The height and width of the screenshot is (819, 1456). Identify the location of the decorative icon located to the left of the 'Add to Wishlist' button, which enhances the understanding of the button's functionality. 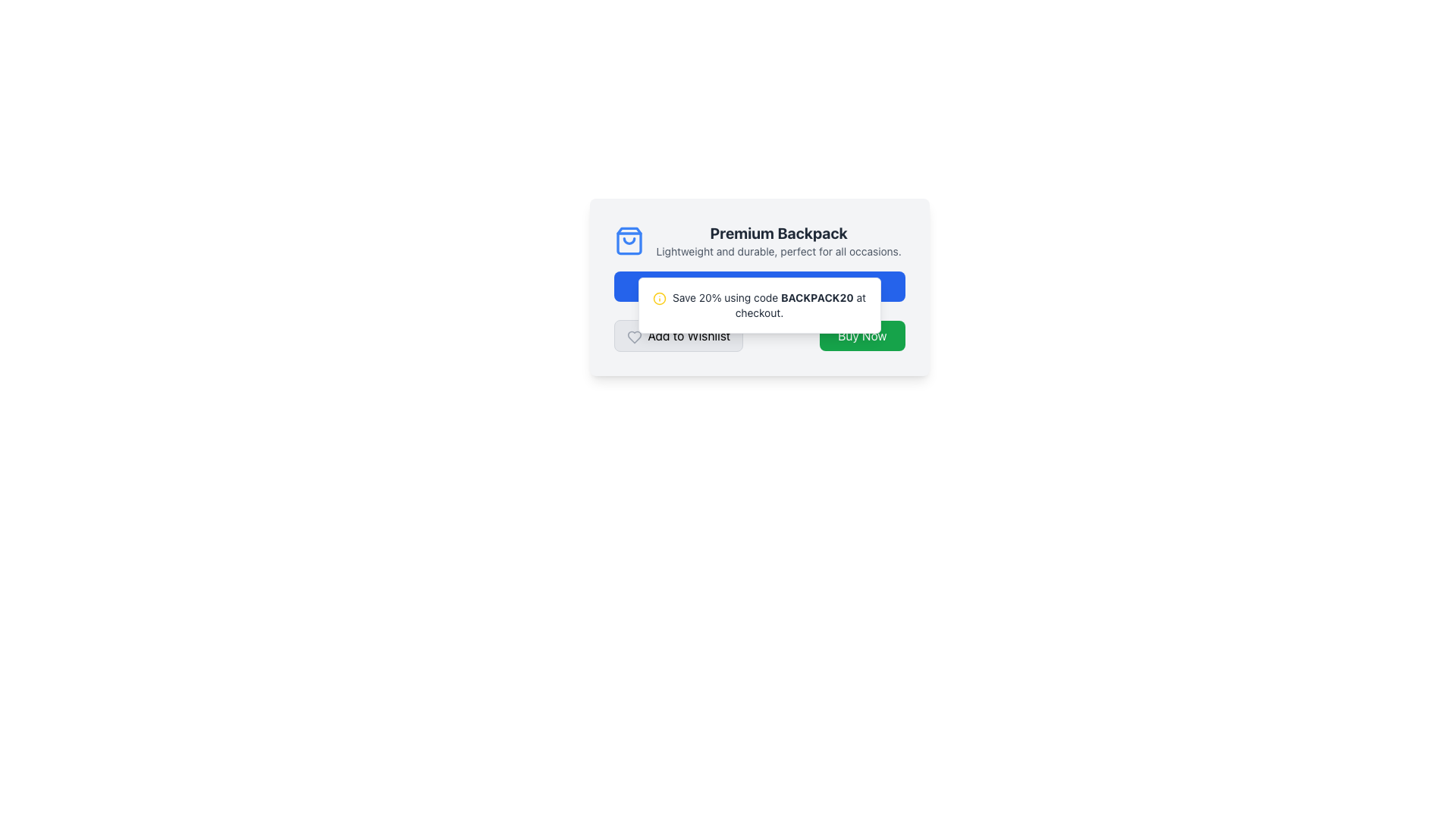
(634, 336).